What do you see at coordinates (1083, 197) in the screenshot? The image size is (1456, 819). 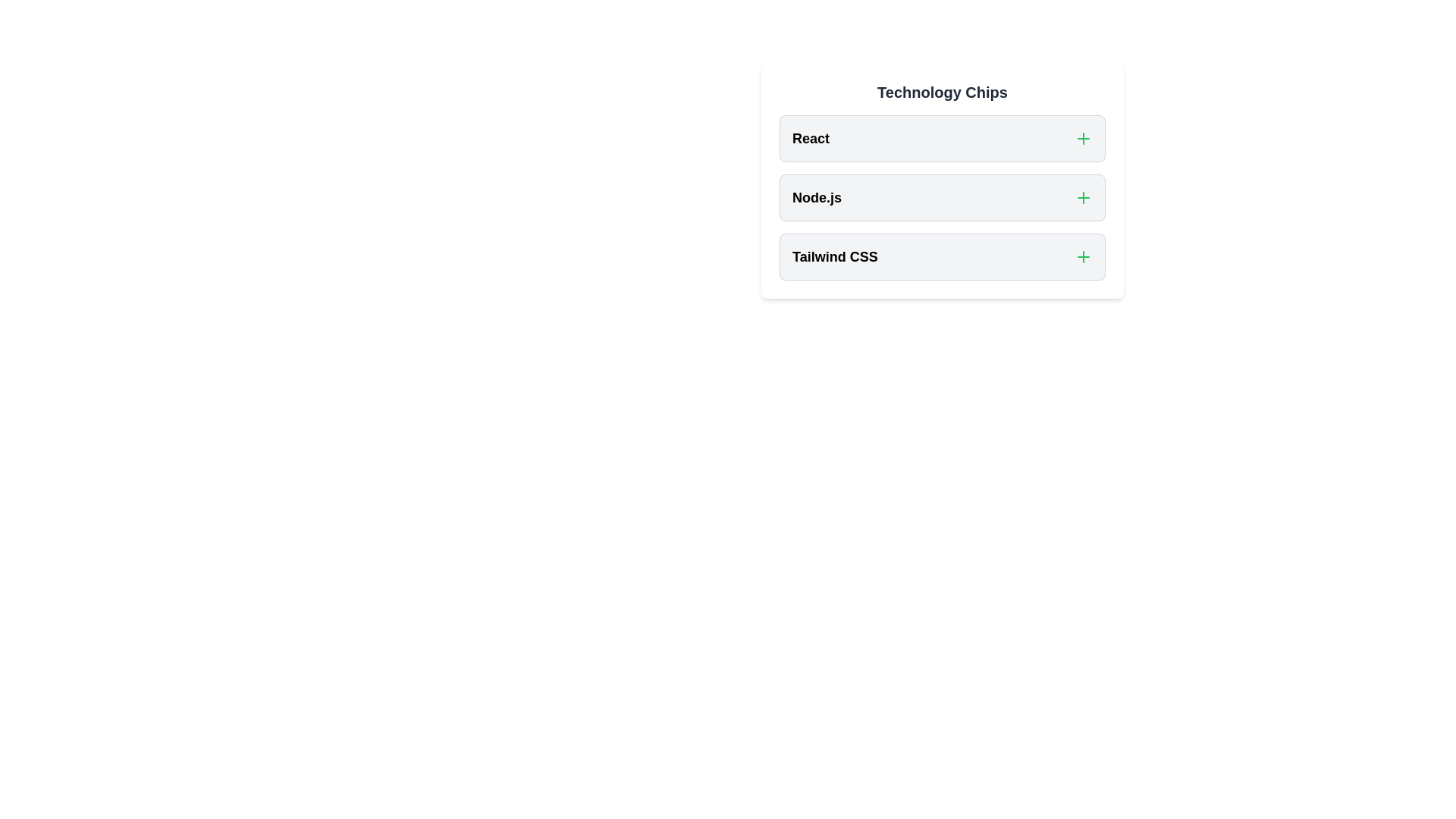 I see `the button corresponding to Node.js` at bounding box center [1083, 197].